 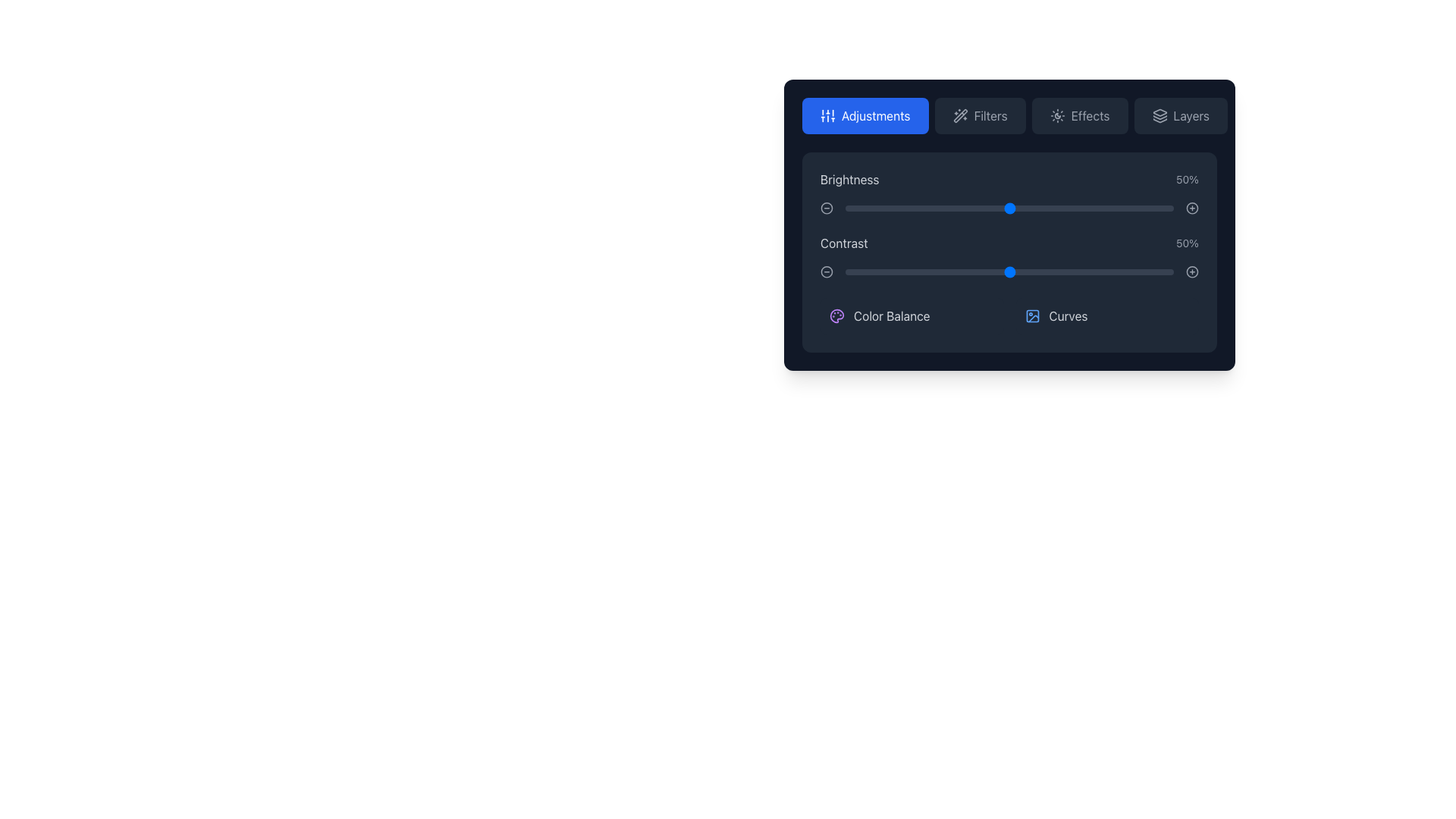 I want to click on the gray circle outline icon next to the 'Contrast' label, so click(x=826, y=271).